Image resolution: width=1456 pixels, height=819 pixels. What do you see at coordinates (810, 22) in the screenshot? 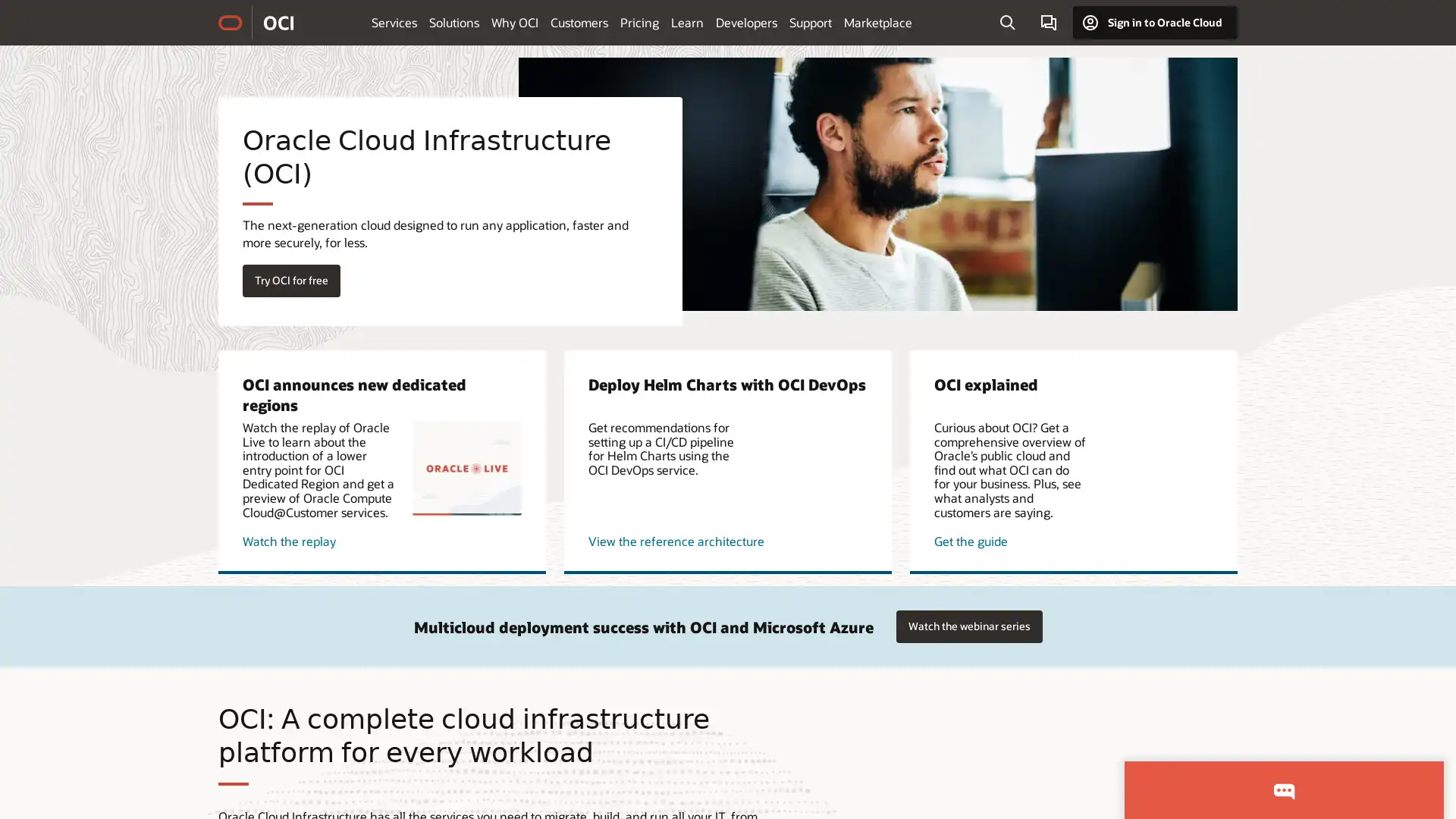
I see `Support` at bounding box center [810, 22].